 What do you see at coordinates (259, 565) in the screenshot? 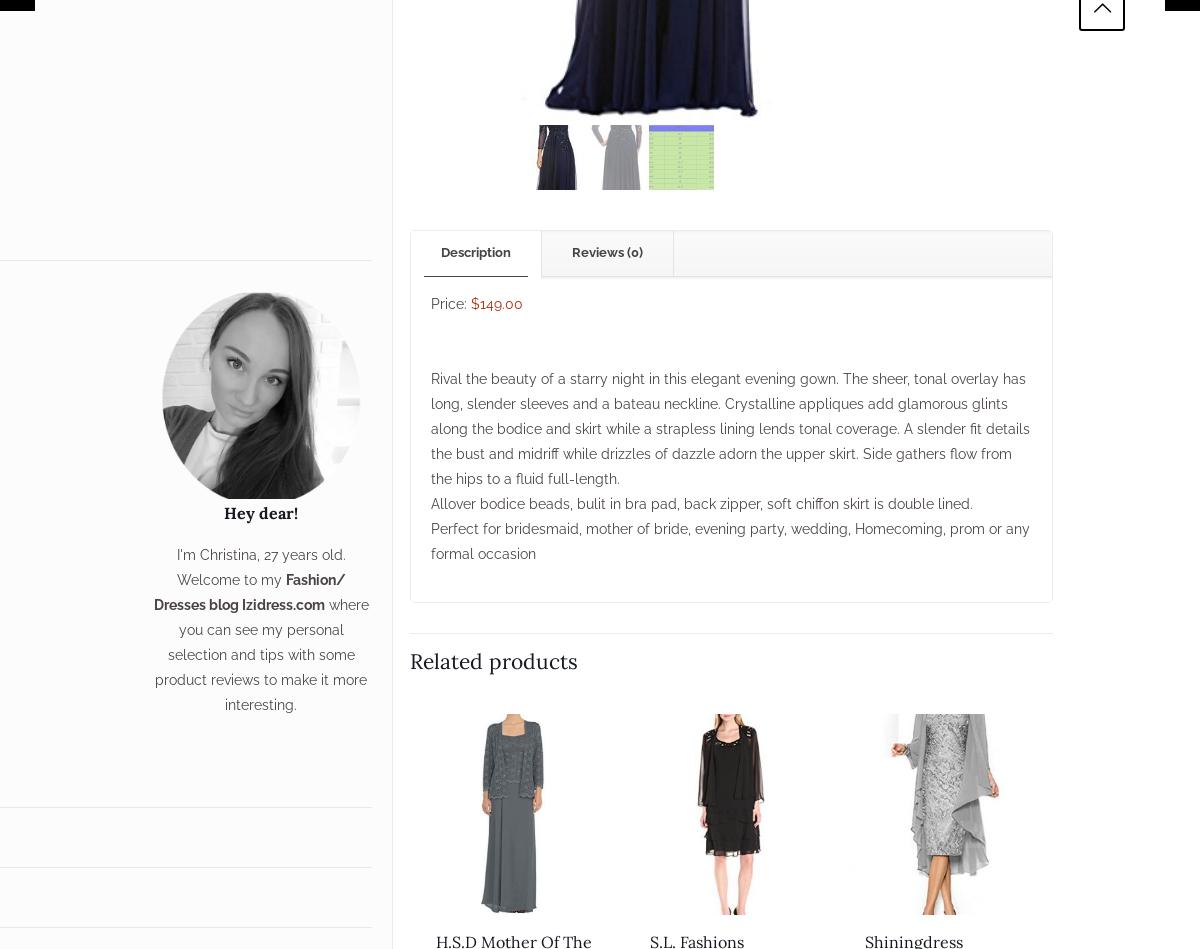
I see `'I'm Christina, 27 years old.
Welcome to my'` at bounding box center [259, 565].